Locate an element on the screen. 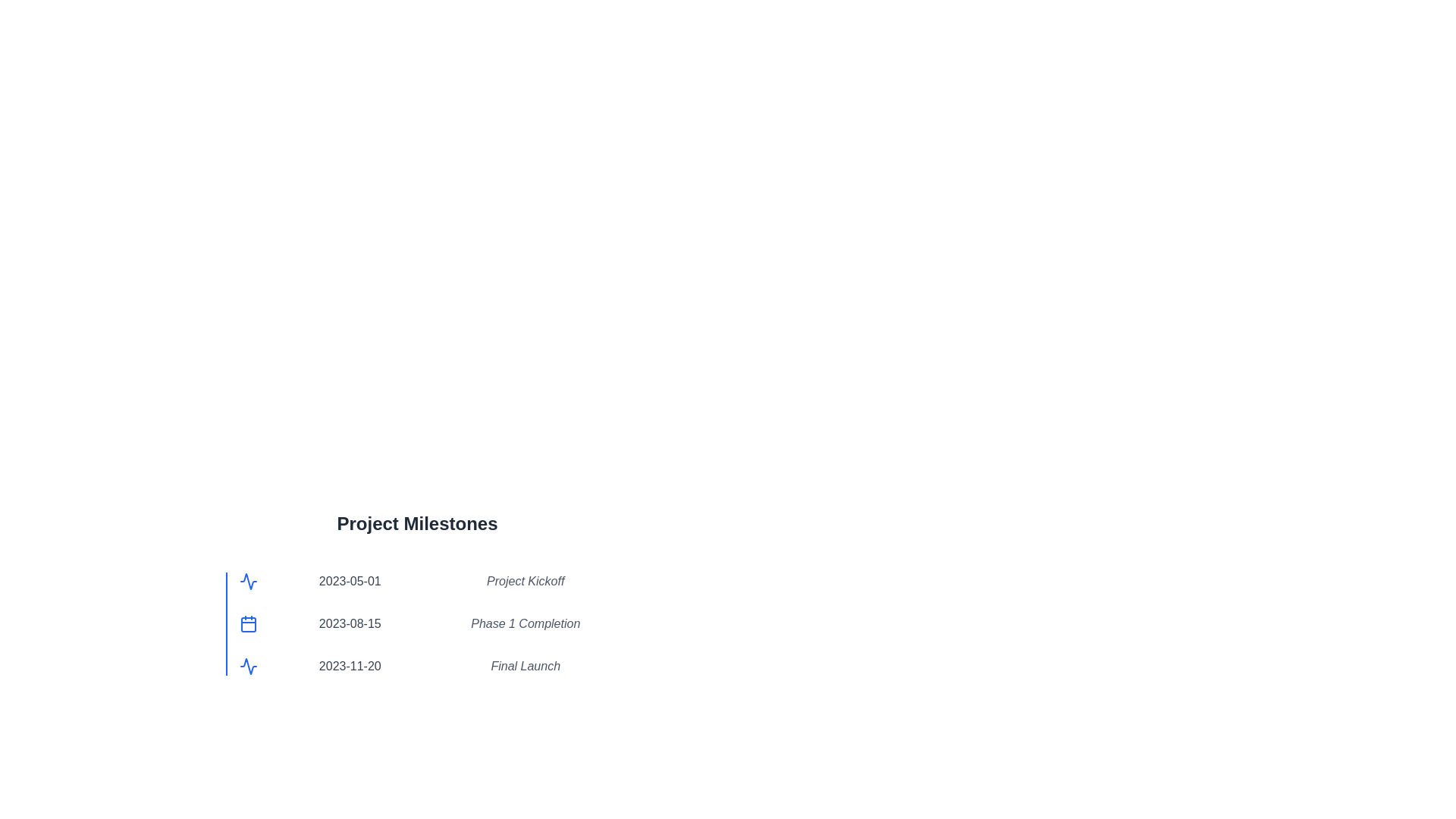 This screenshot has width=1456, height=819. the Text label representing the date for the second row milestone, positioned between the blue calendar icon and the 'Phase 1 Completion' label is located at coordinates (349, 623).